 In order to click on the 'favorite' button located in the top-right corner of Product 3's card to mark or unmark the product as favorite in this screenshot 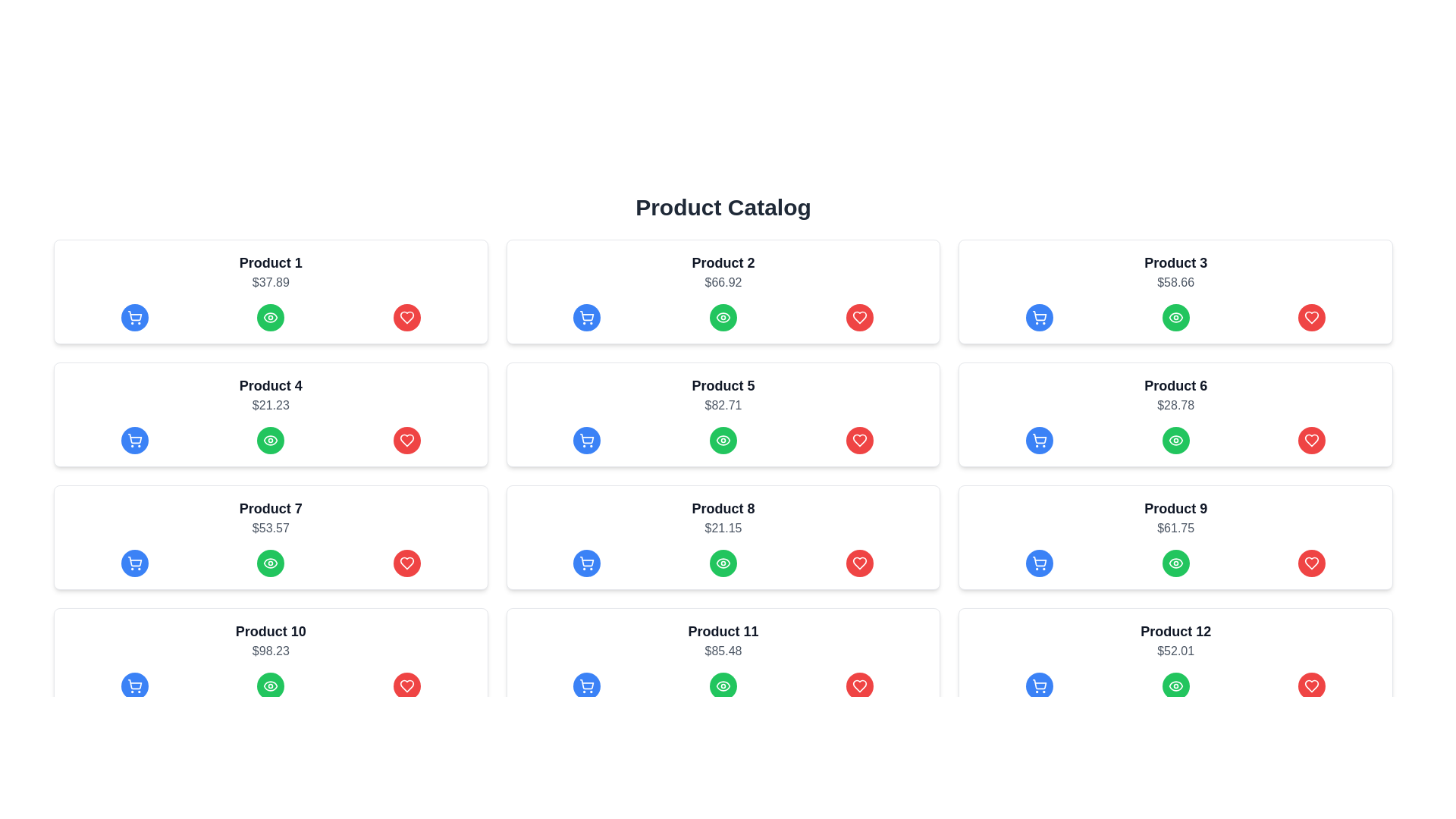, I will do `click(1310, 441)`.